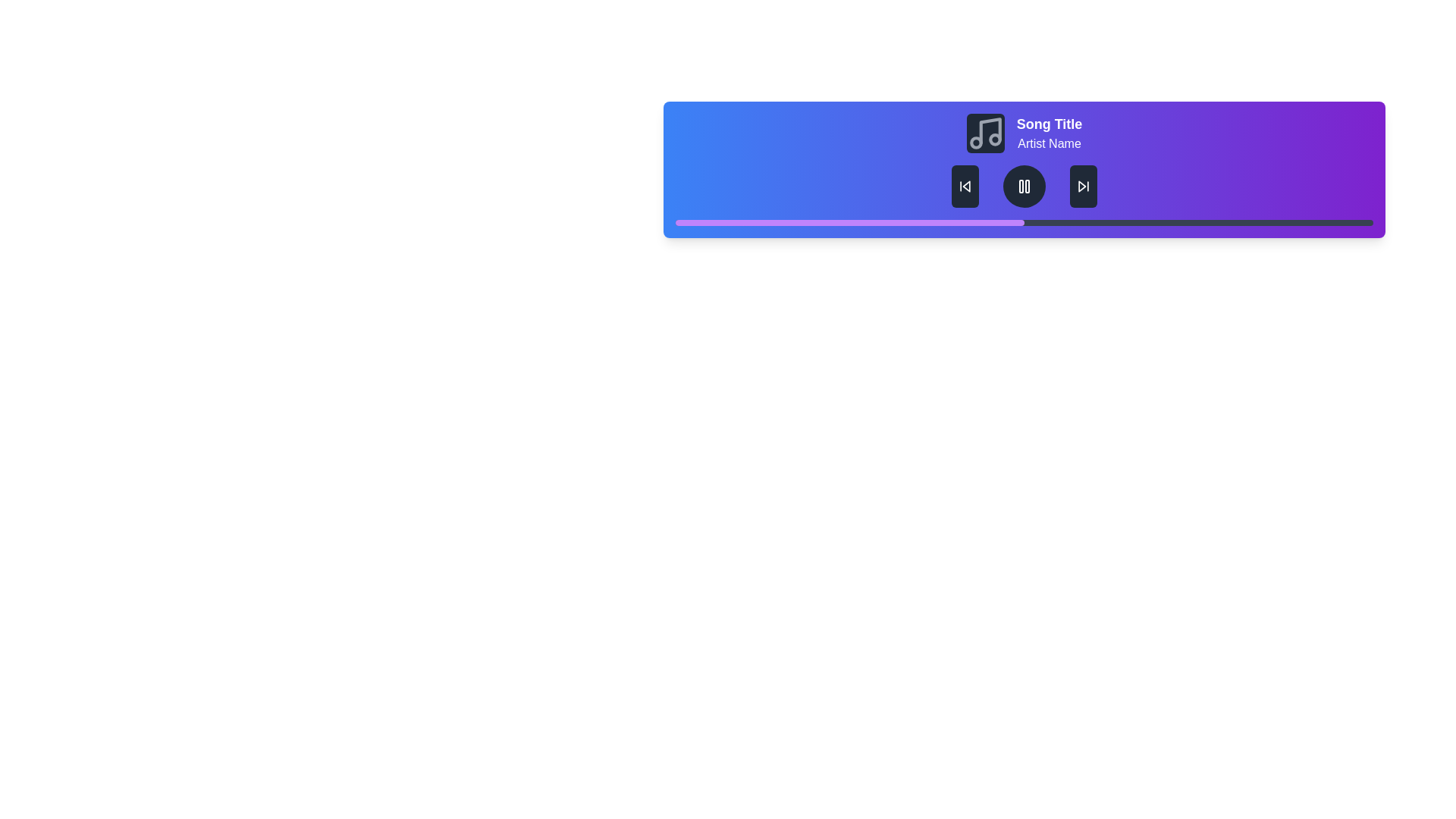 This screenshot has width=1456, height=819. Describe the element at coordinates (1122, 222) in the screenshot. I see `progress` at that location.